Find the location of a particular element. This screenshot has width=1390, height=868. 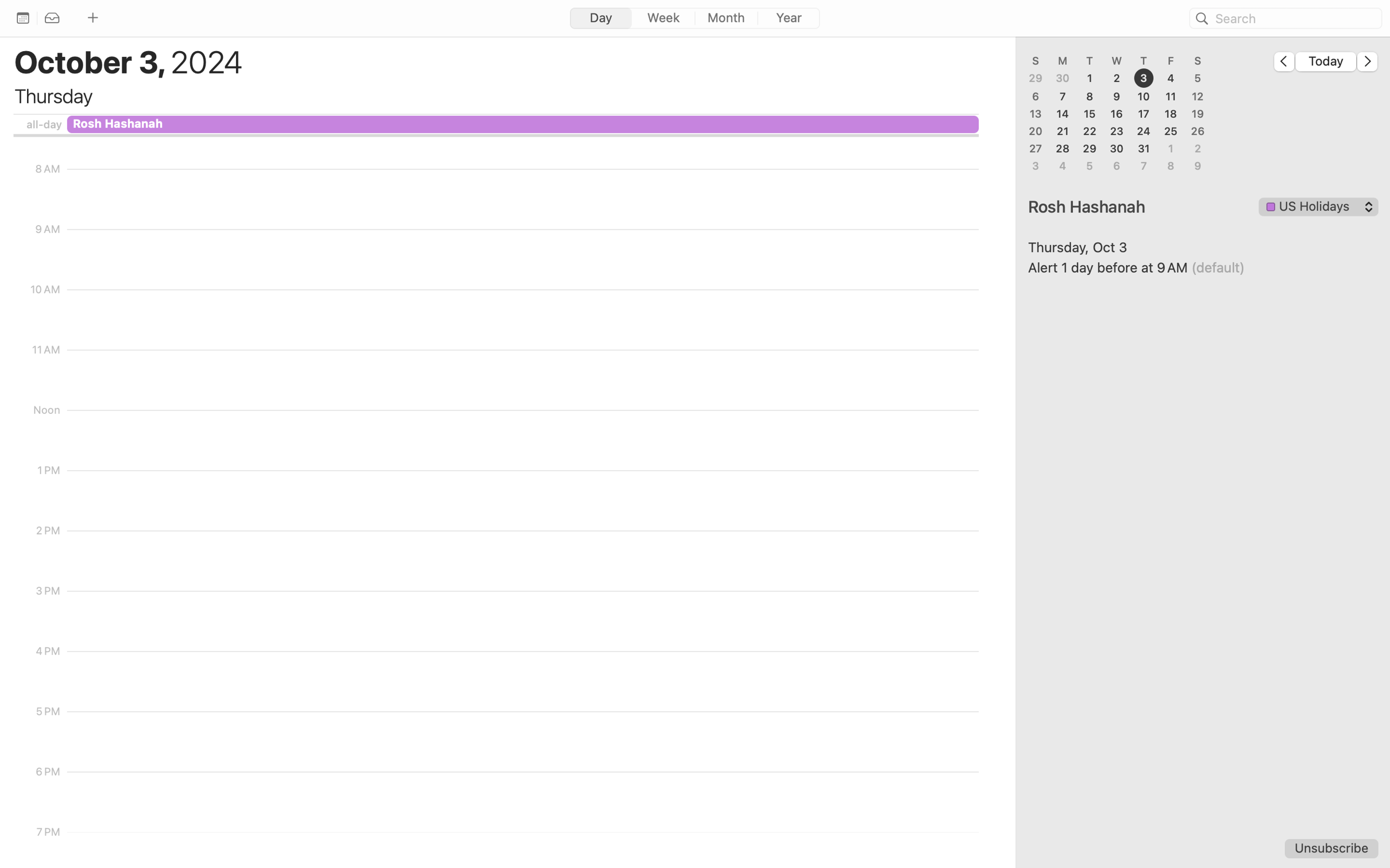

'12' is located at coordinates (1197, 95).